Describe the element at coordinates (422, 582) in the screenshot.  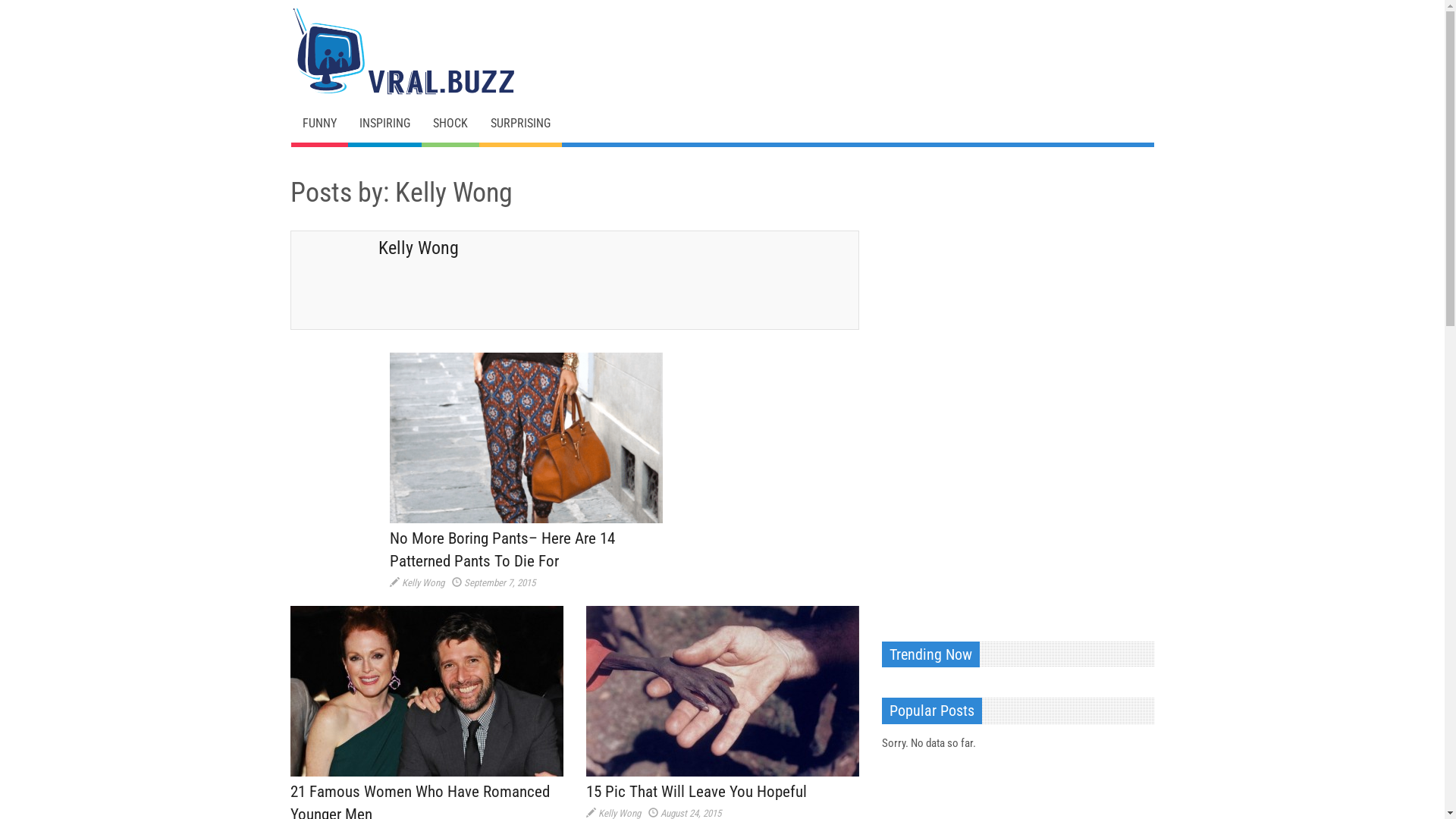
I see `'Kelly Wong'` at that location.